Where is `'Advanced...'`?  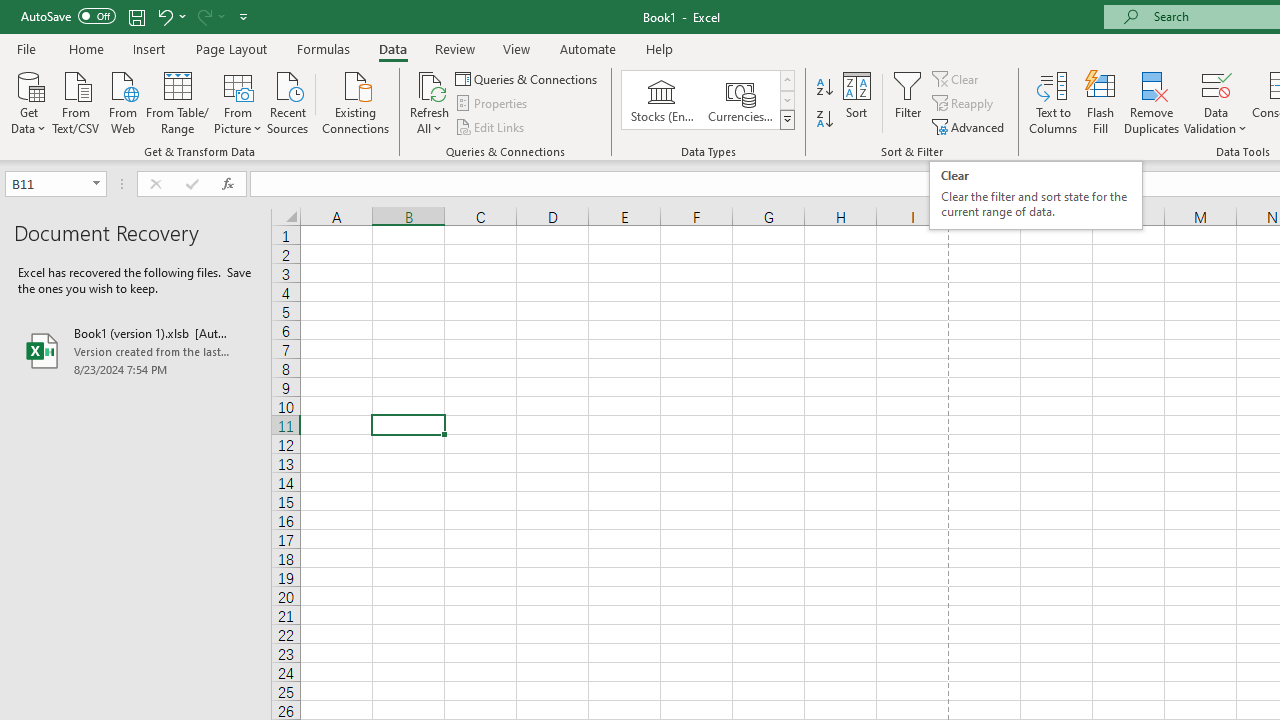
'Advanced...' is located at coordinates (970, 127).